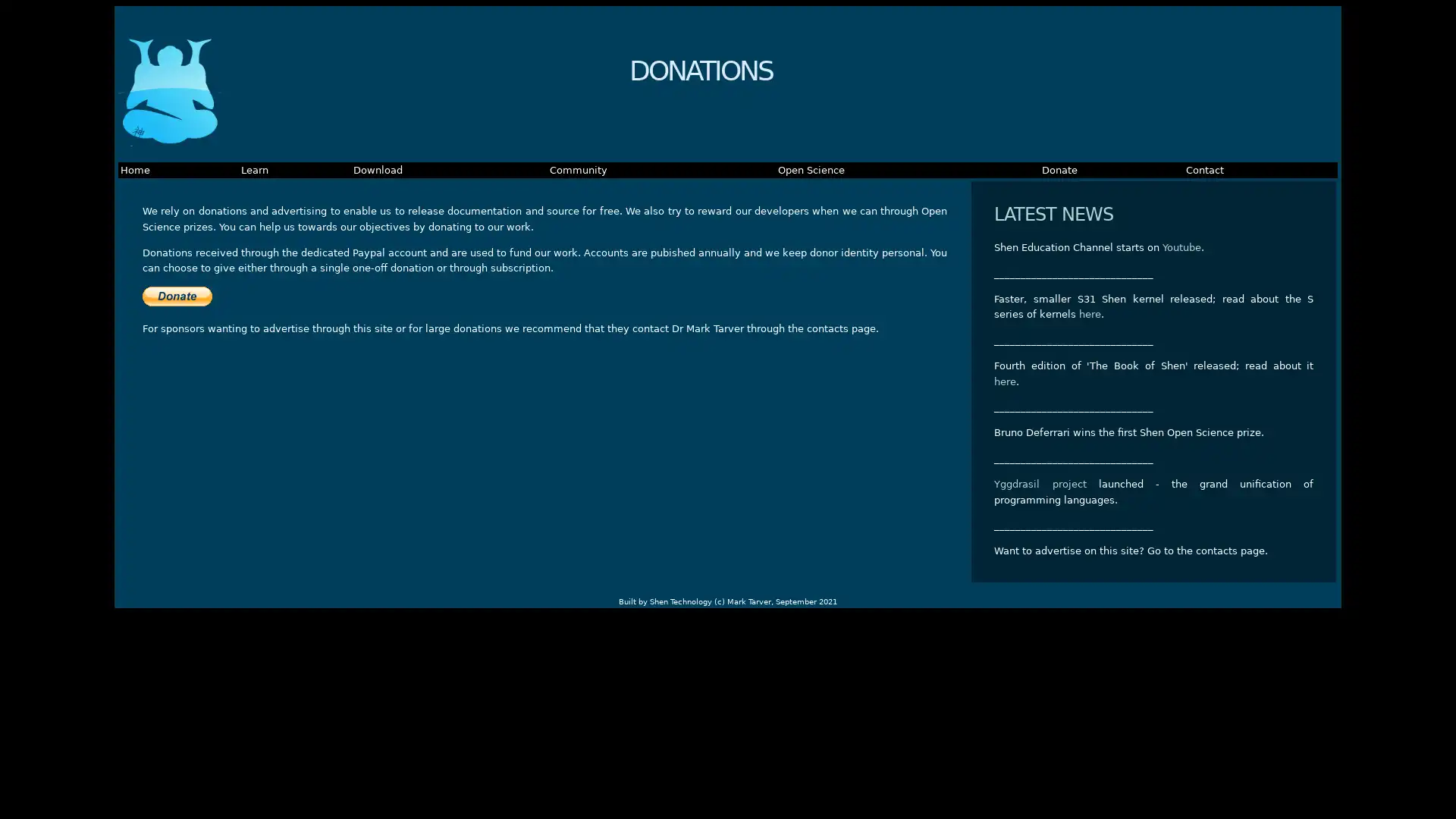 The image size is (1456, 819). Describe the element at coordinates (177, 296) in the screenshot. I see `Donate with PayPal button` at that location.